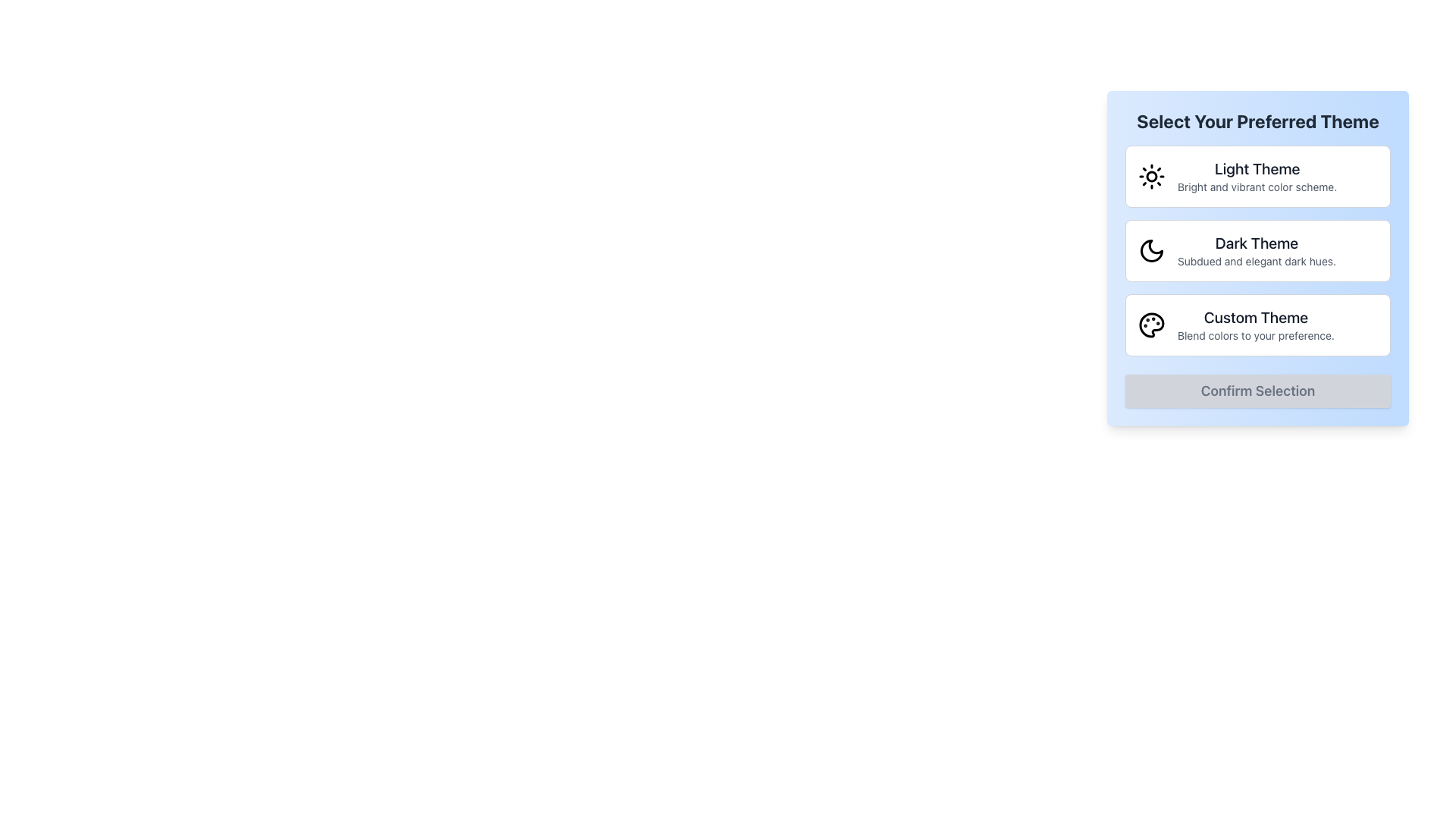 The width and height of the screenshot is (1456, 819). What do you see at coordinates (1151, 250) in the screenshot?
I see `the Dark Theme icon, which visually represents the 'Dark Theme' option and is located inside the 'Dark Theme' option box on the interface` at bounding box center [1151, 250].